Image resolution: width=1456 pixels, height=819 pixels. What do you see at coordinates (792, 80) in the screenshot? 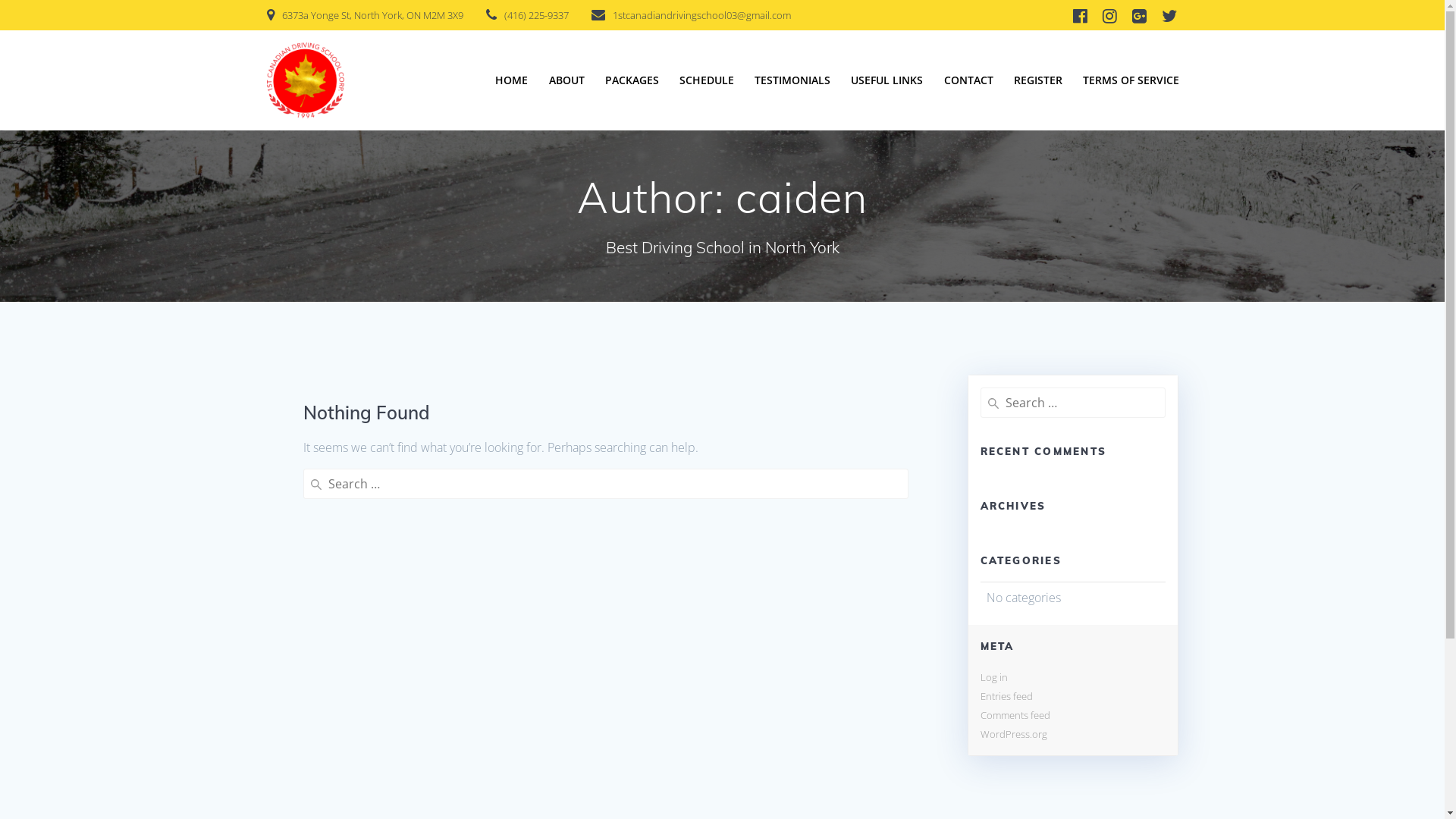
I see `'TESTIMONIALS'` at bounding box center [792, 80].